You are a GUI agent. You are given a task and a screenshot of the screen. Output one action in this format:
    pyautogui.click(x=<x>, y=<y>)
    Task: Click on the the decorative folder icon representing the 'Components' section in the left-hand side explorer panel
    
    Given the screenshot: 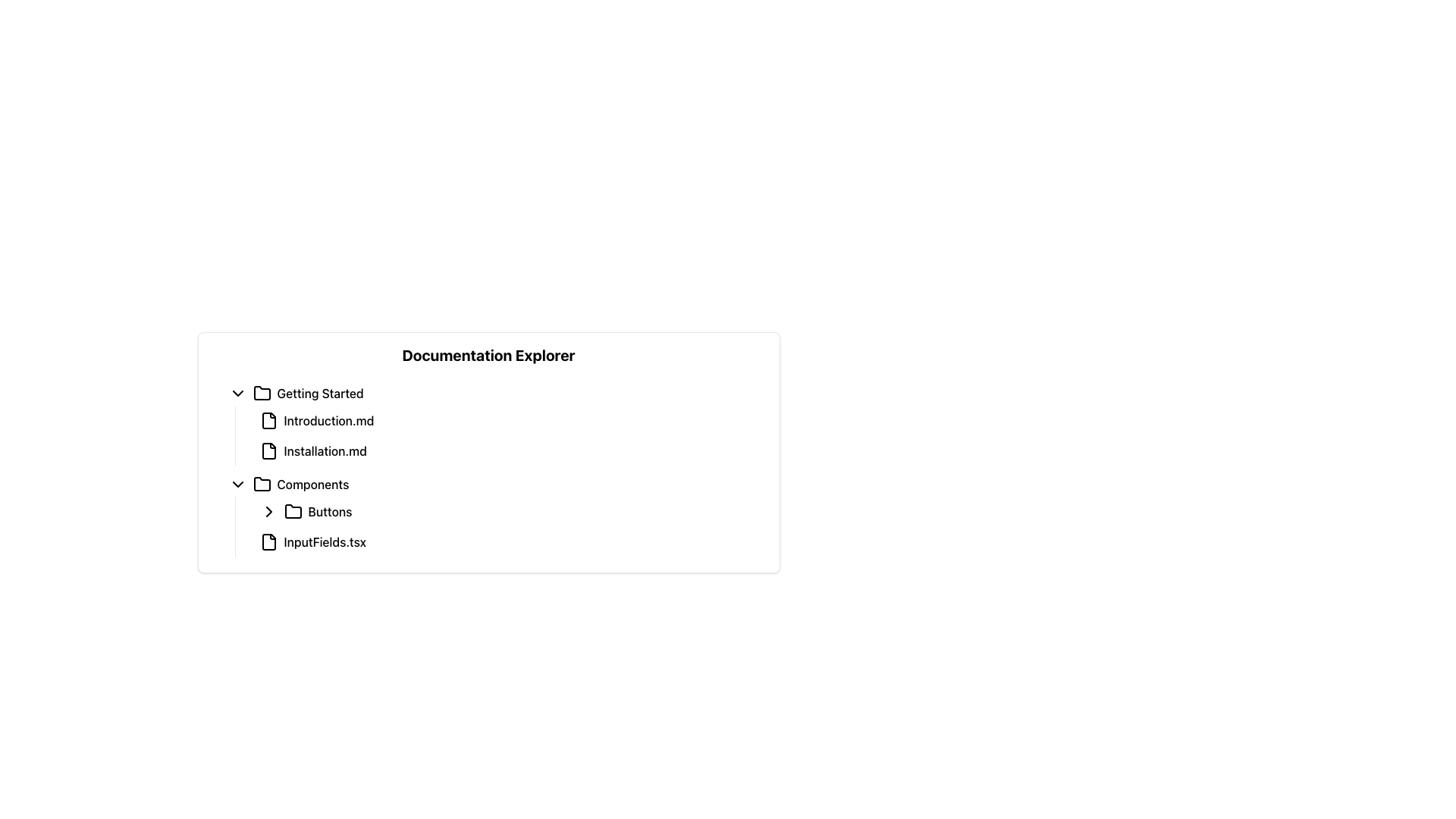 What is the action you would take?
    pyautogui.click(x=262, y=485)
    